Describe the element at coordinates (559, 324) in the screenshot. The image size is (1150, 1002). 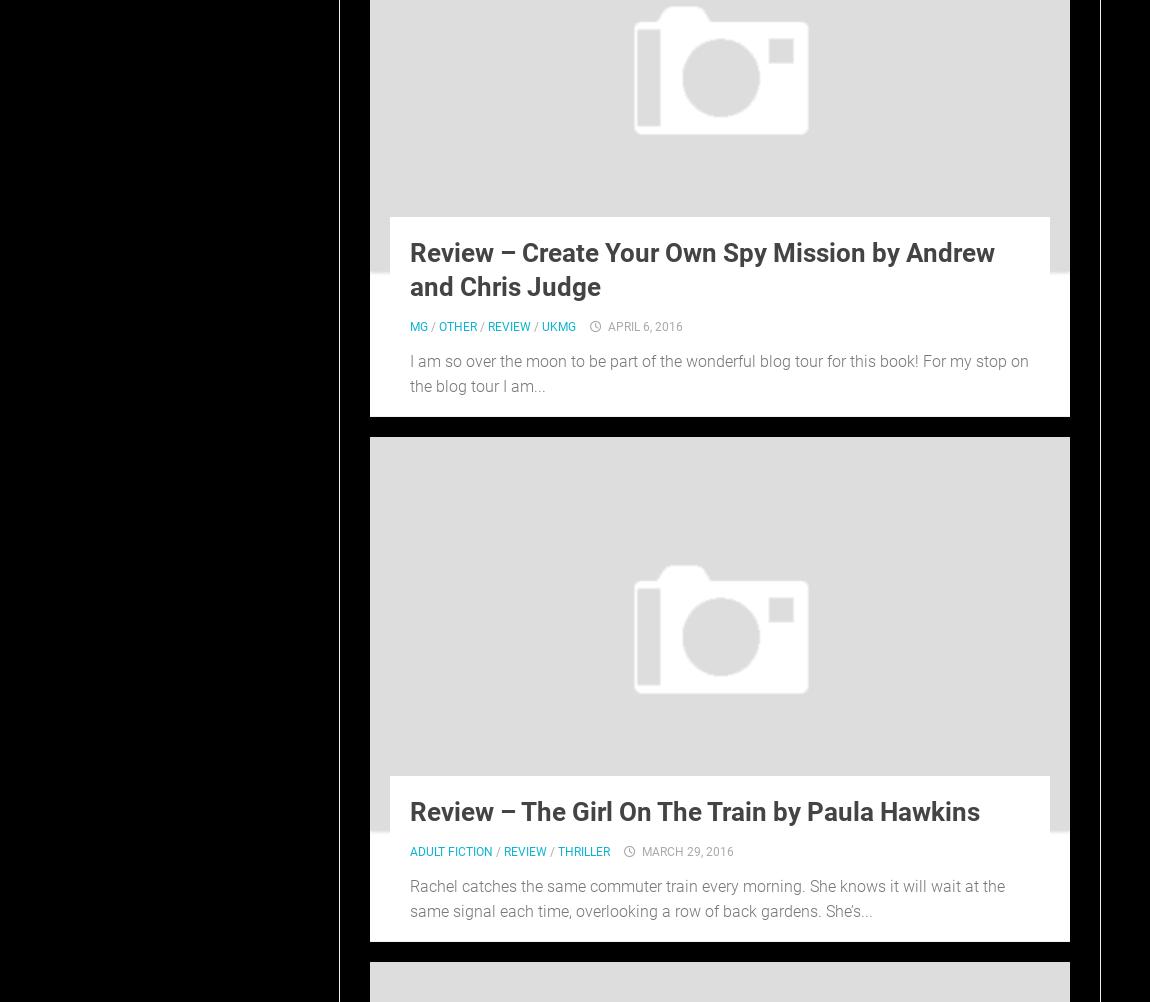
I see `'UKMG'` at that location.